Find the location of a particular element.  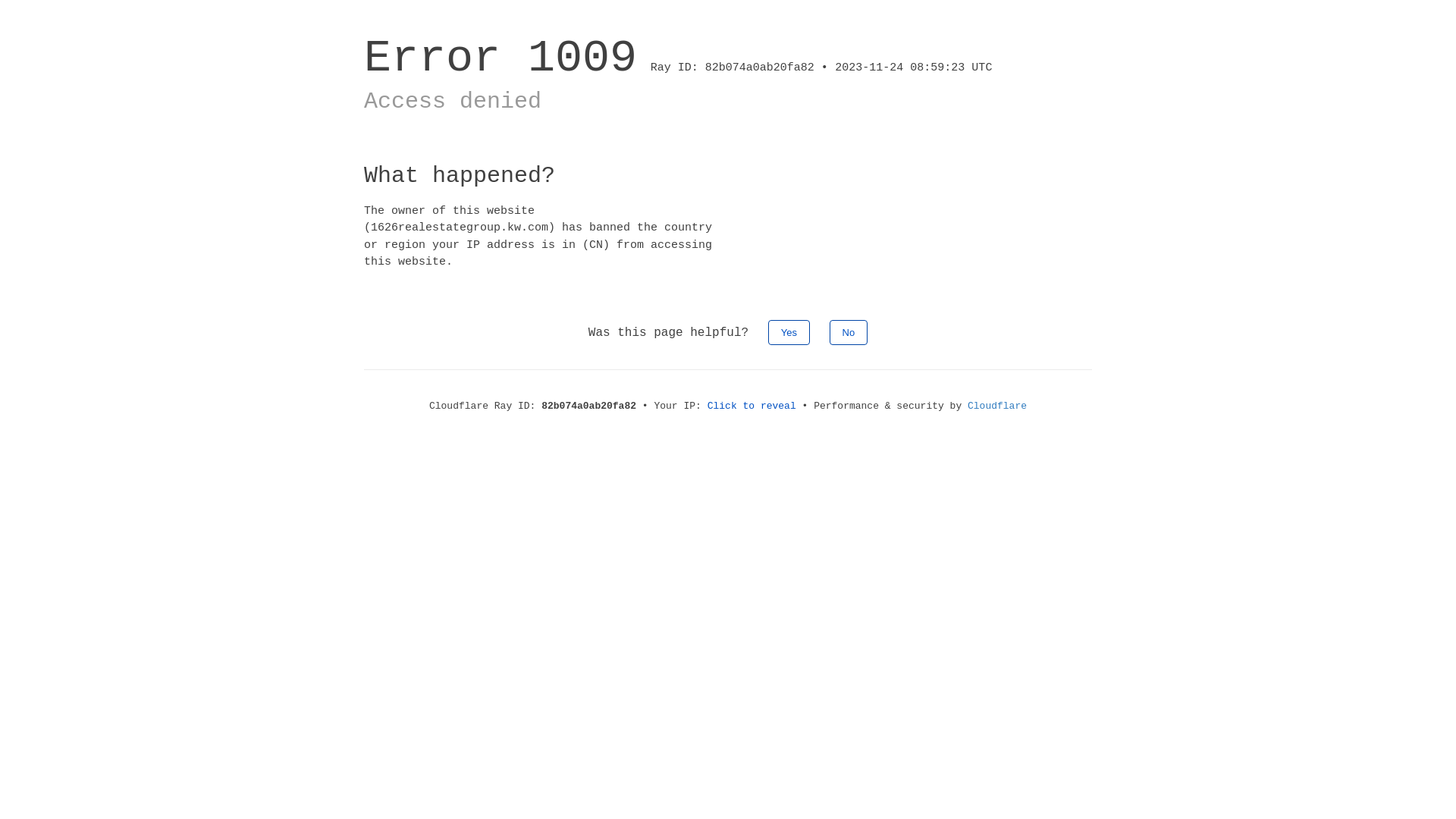

'Yes' is located at coordinates (767, 331).